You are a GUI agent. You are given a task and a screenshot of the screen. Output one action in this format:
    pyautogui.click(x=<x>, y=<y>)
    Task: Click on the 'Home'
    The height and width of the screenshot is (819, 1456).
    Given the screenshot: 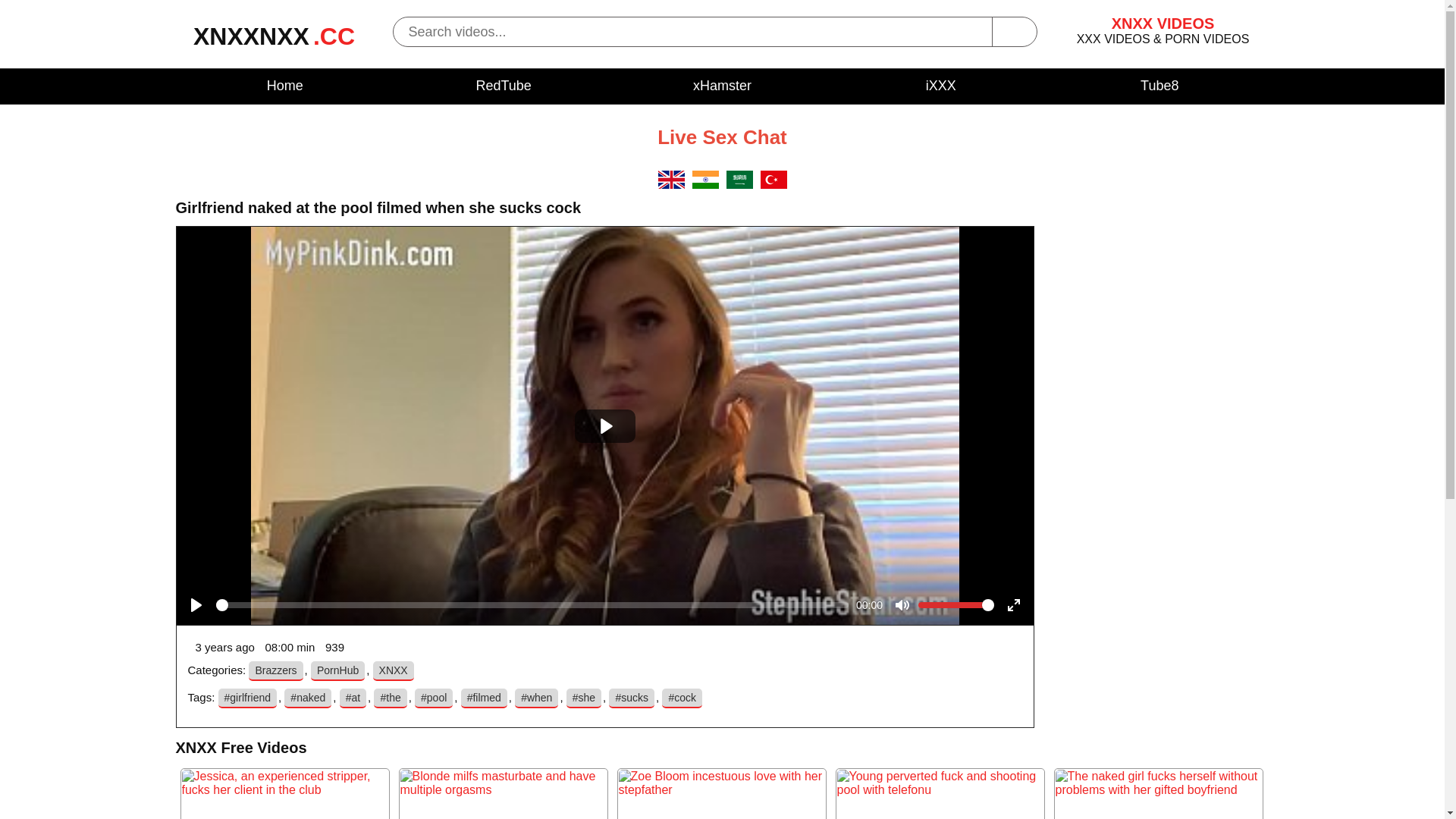 What is the action you would take?
    pyautogui.click(x=175, y=85)
    